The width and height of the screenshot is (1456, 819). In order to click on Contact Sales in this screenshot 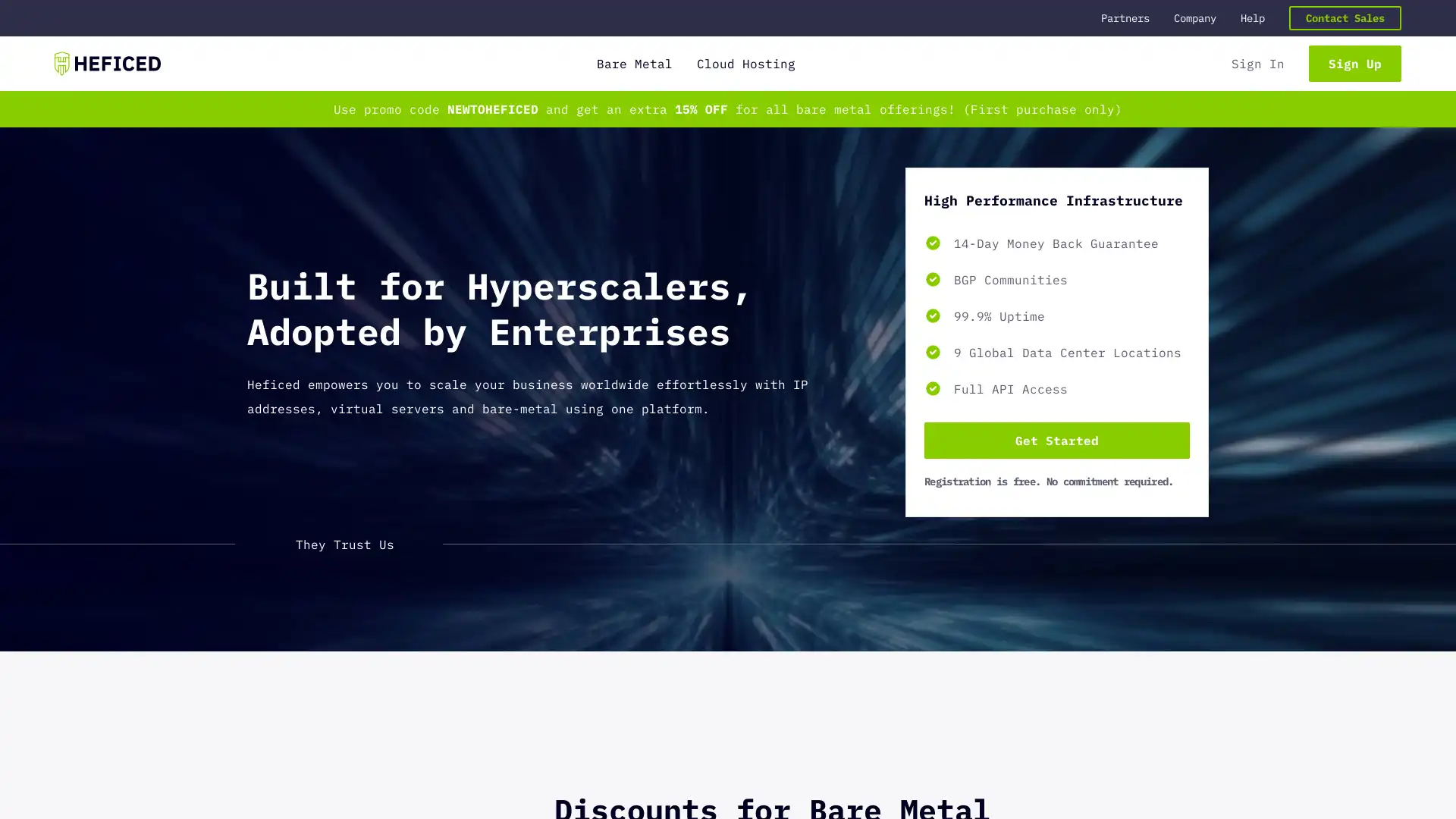, I will do `click(1345, 17)`.